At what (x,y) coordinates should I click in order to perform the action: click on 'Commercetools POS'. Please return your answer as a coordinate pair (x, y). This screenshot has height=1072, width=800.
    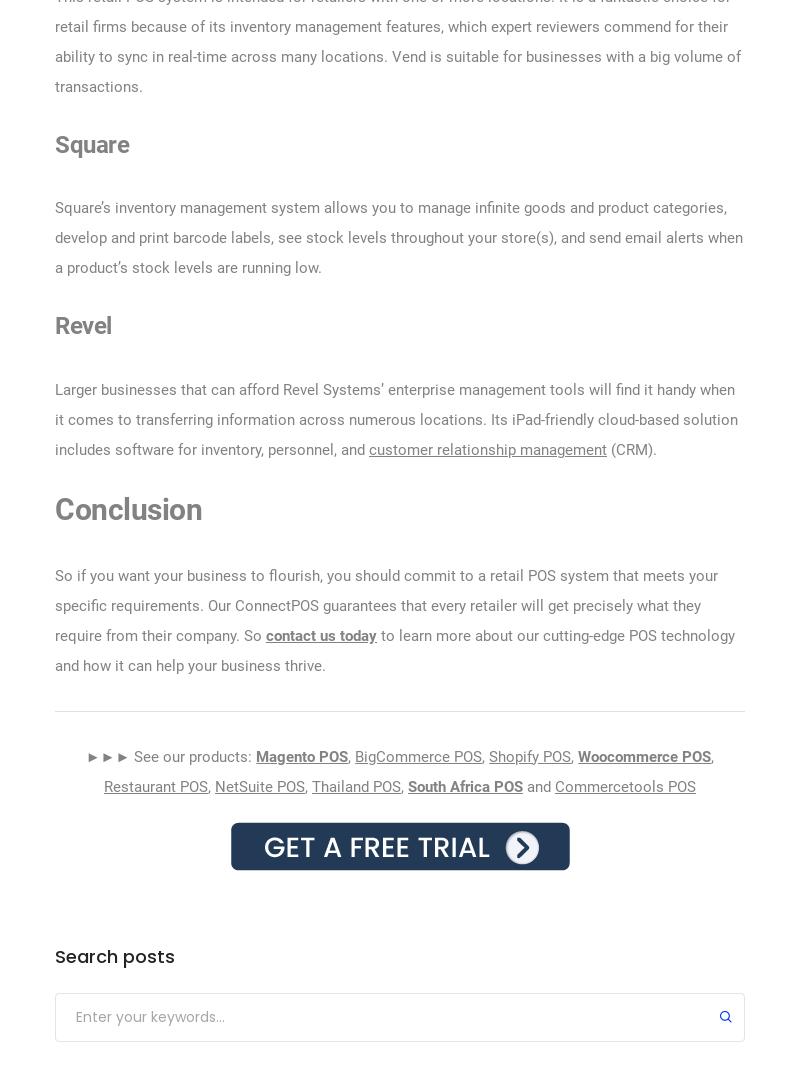
    Looking at the image, I should click on (625, 785).